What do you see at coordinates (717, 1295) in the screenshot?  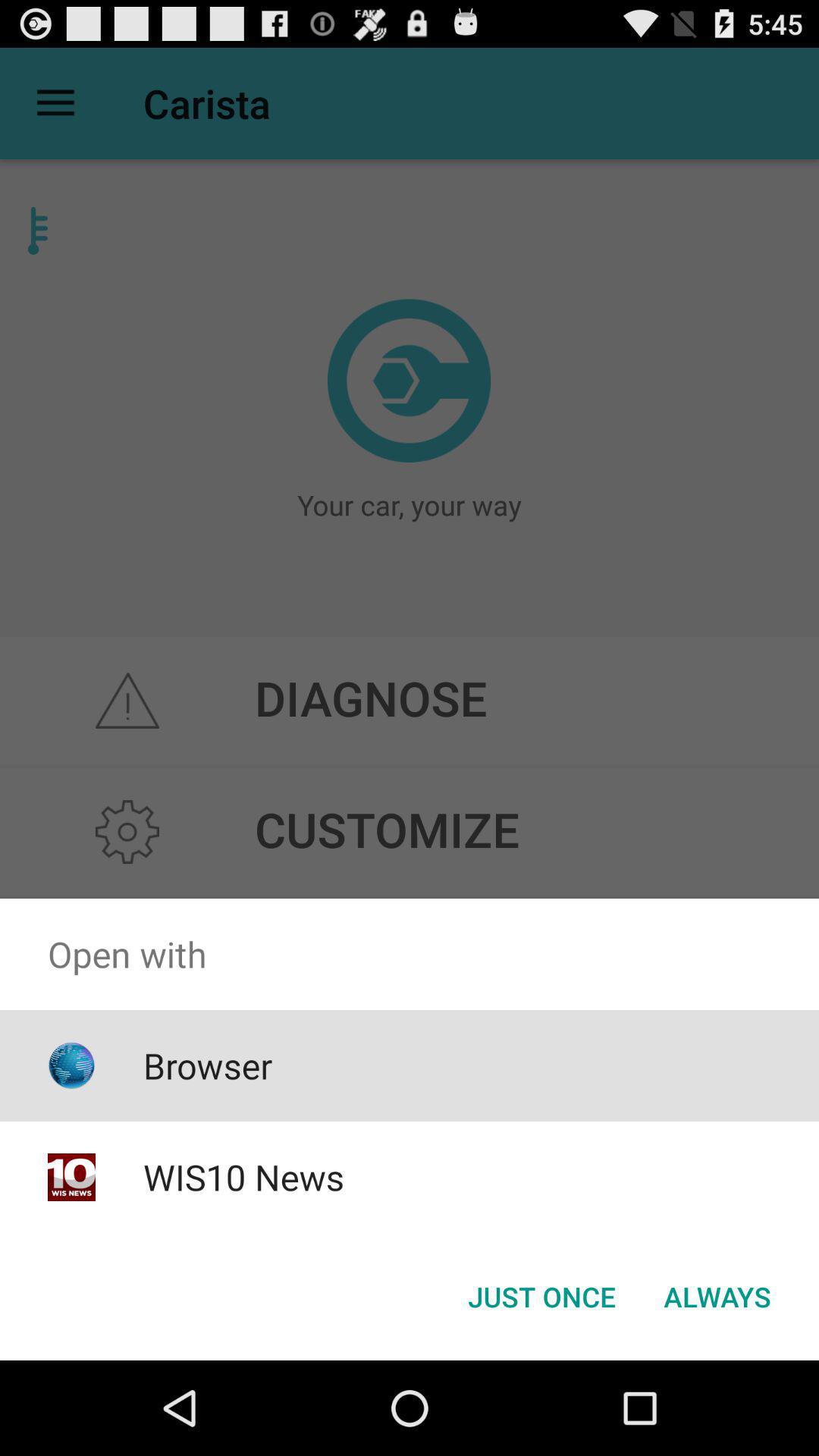 I see `the always icon` at bounding box center [717, 1295].